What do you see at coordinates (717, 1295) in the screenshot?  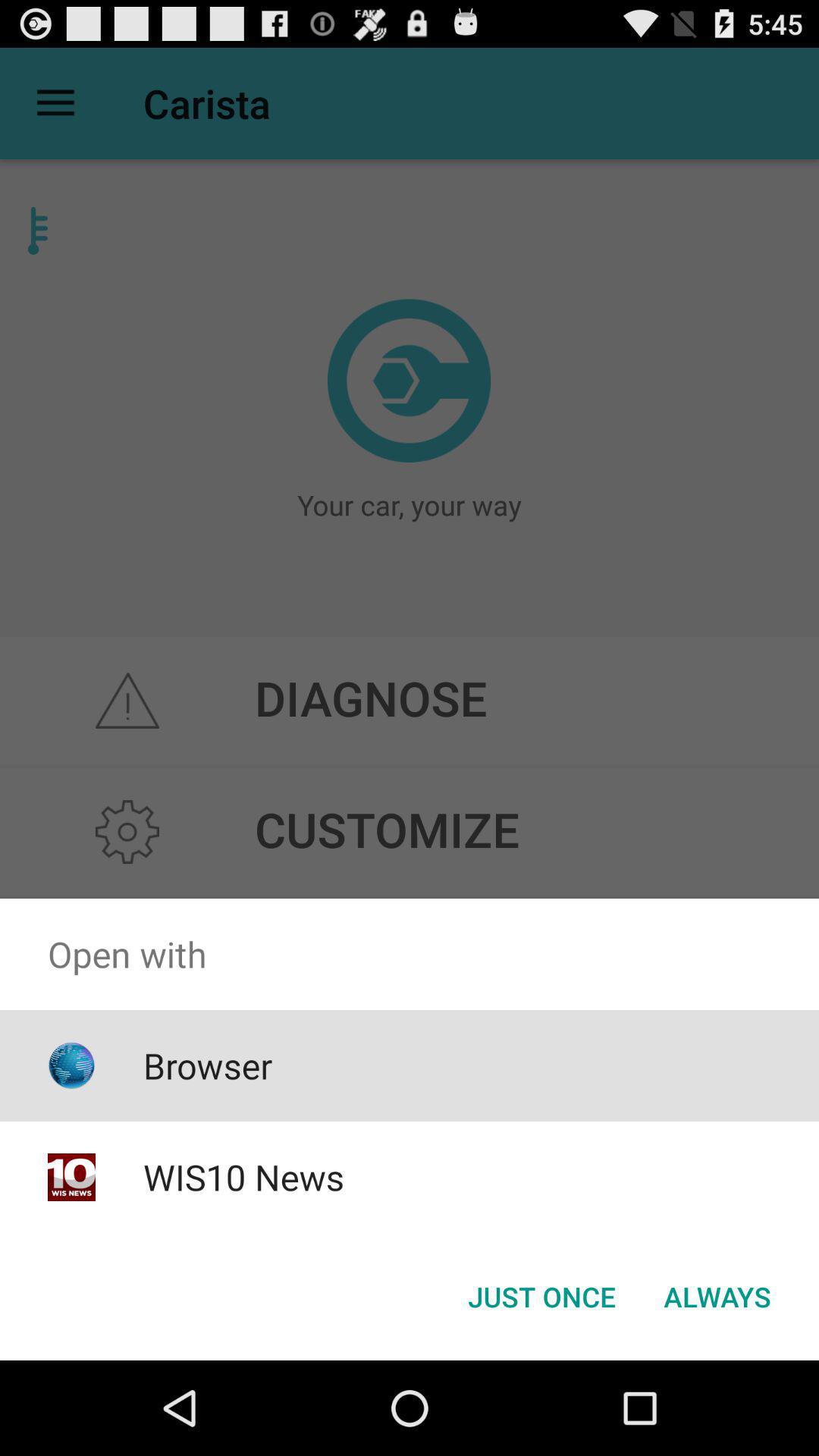 I see `the always icon` at bounding box center [717, 1295].